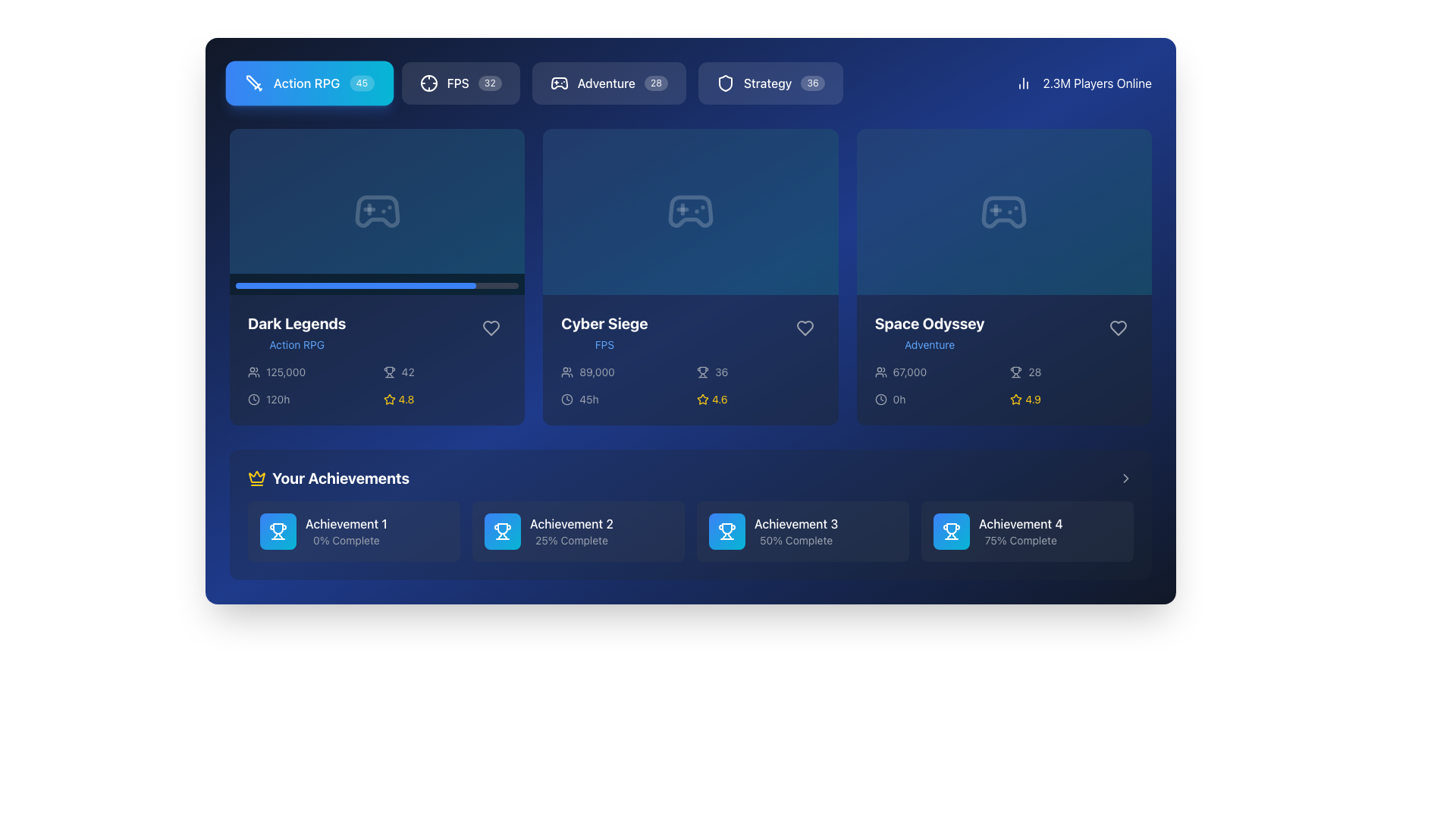 This screenshot has height=819, width=1456. I want to click on the text label displaying '0% Complete', which is positioned beneath the title 'Achievement 1' in the lower part of the achievement card area, so click(345, 540).